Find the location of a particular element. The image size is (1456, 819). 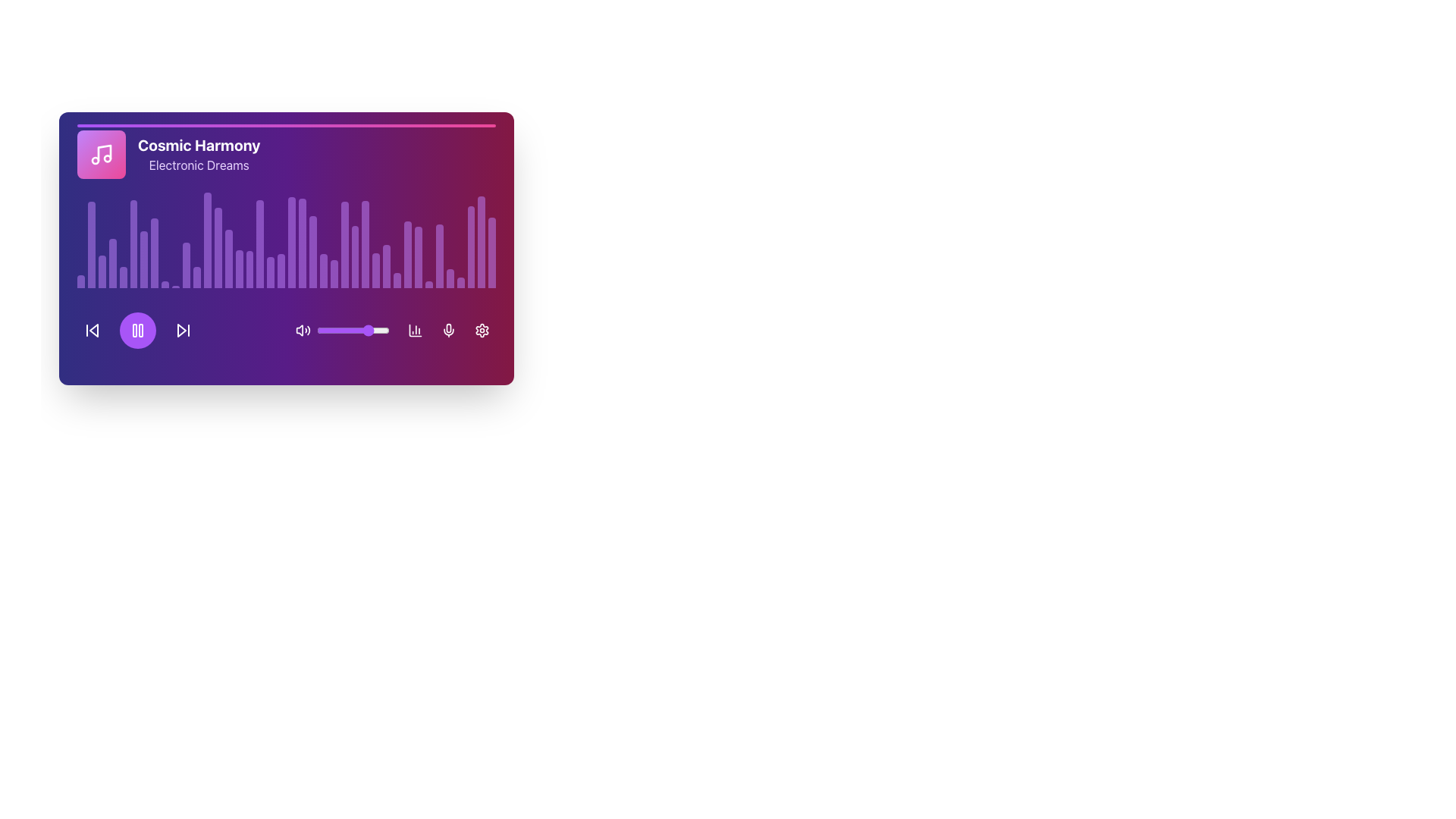

the circular purple button with paused bars in the media control panel is located at coordinates (138, 329).